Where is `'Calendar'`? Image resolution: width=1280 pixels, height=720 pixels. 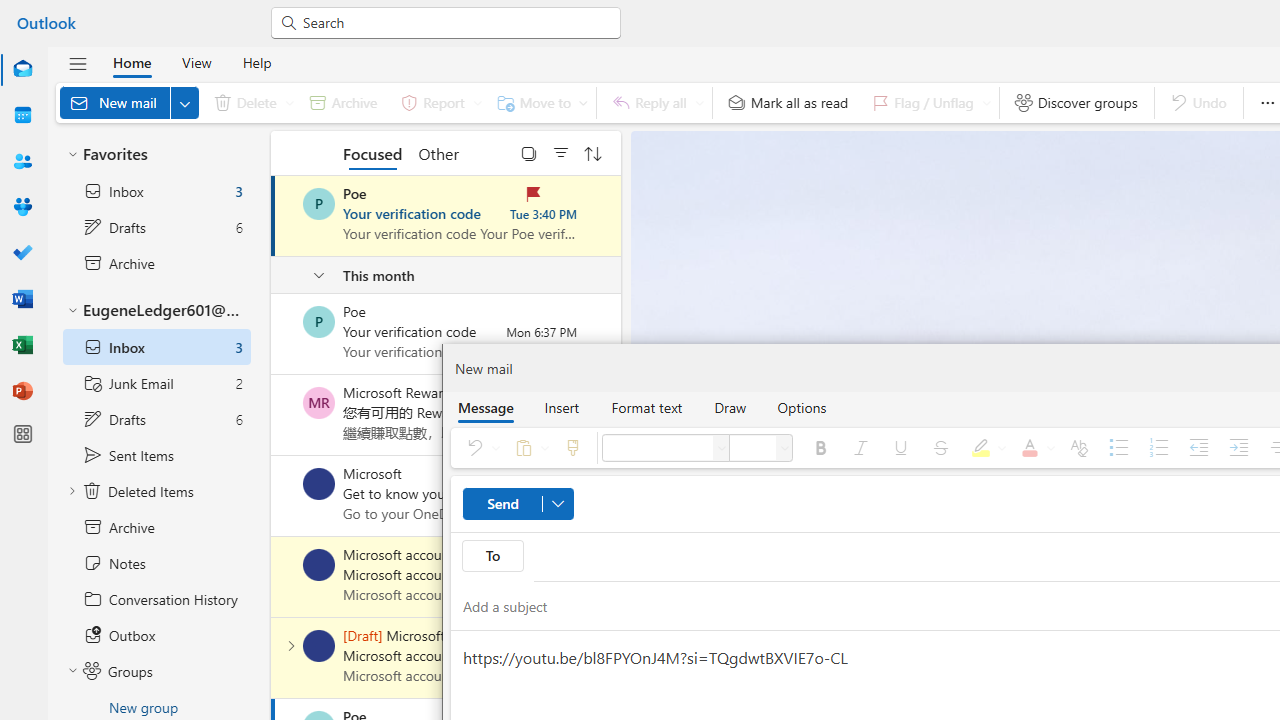
'Calendar' is located at coordinates (23, 115).